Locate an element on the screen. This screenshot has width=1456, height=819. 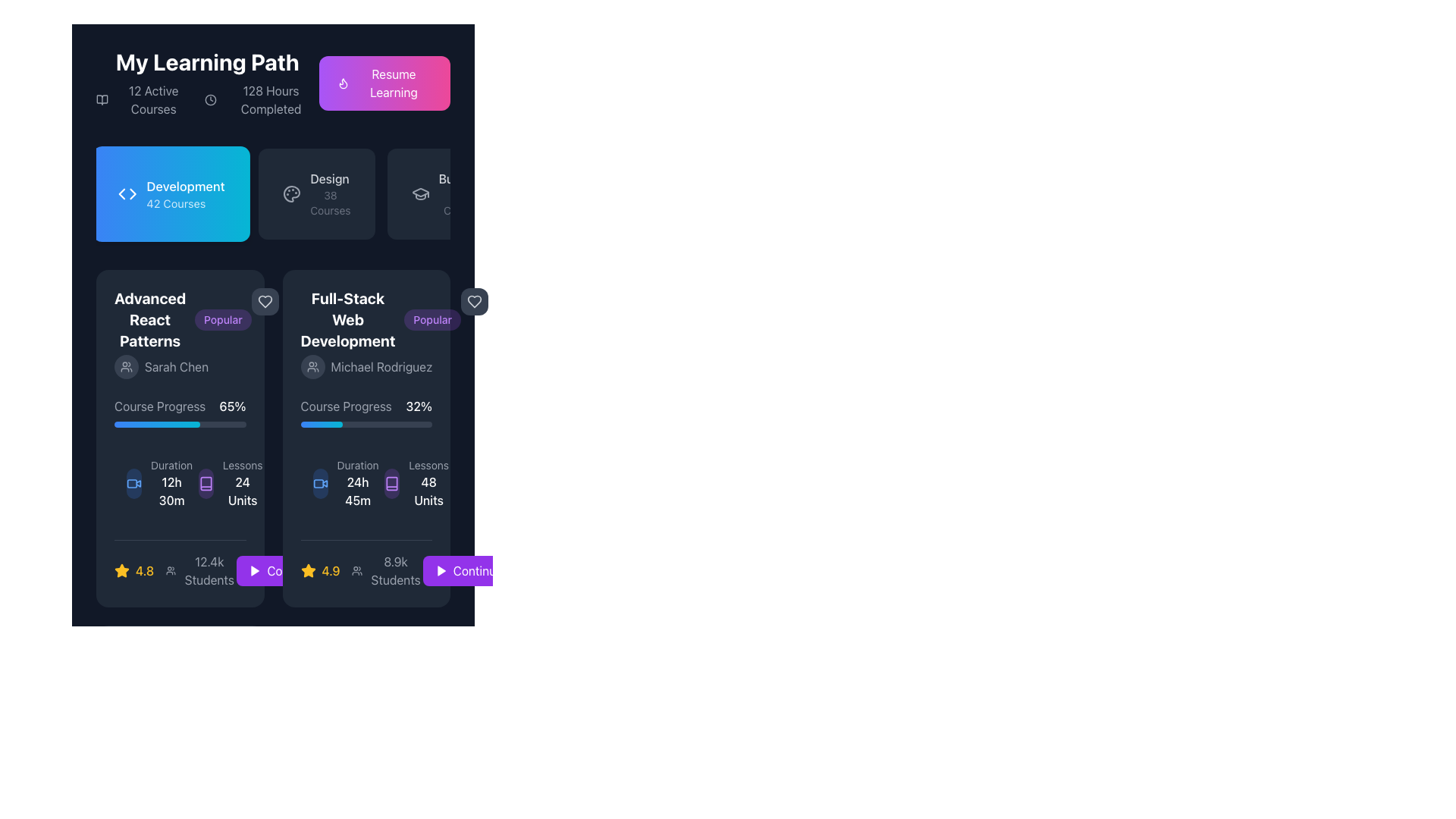
displayed information about the total duration of the course, which is shown in the Text and Icon Group located under the progress bar labeled 'Course Progress 32%' in the 'Full-Stack Web Development' course section is located at coordinates (366, 483).